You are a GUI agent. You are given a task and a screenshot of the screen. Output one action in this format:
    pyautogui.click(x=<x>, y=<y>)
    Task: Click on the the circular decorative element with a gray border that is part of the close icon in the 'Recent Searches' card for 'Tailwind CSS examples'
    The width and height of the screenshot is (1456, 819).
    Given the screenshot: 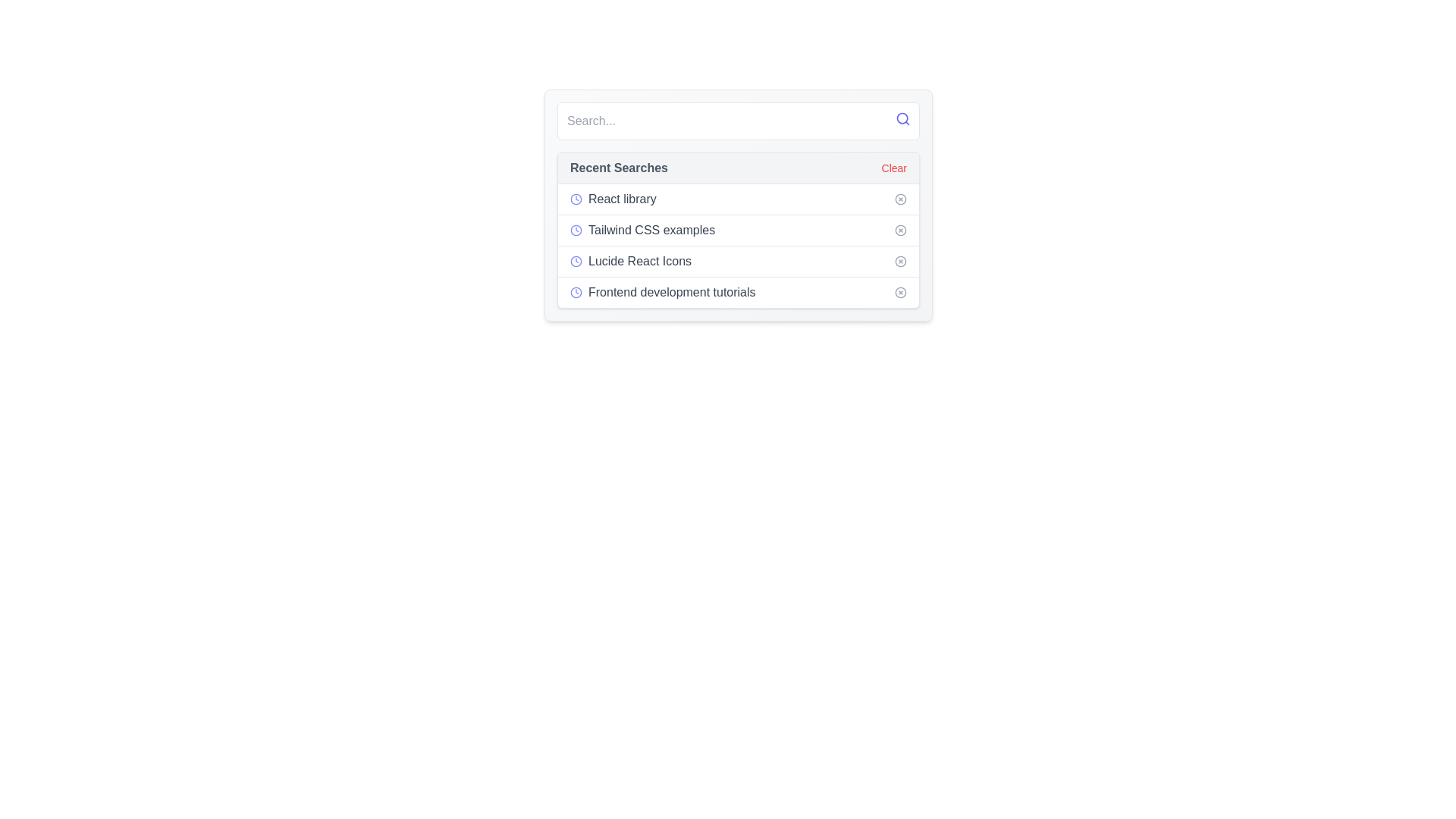 What is the action you would take?
    pyautogui.click(x=901, y=231)
    